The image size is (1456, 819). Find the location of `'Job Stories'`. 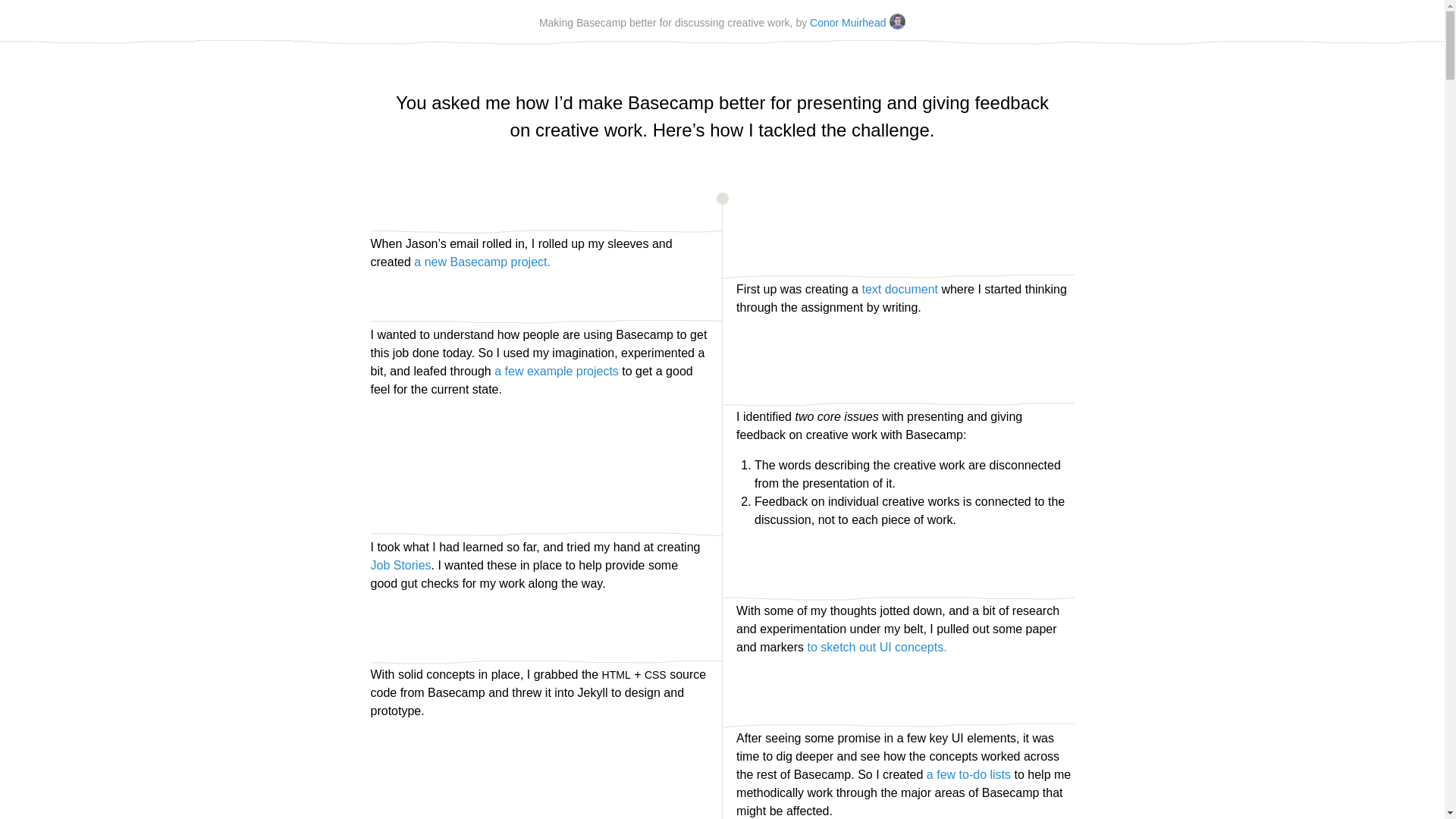

'Job Stories' is located at coordinates (370, 565).